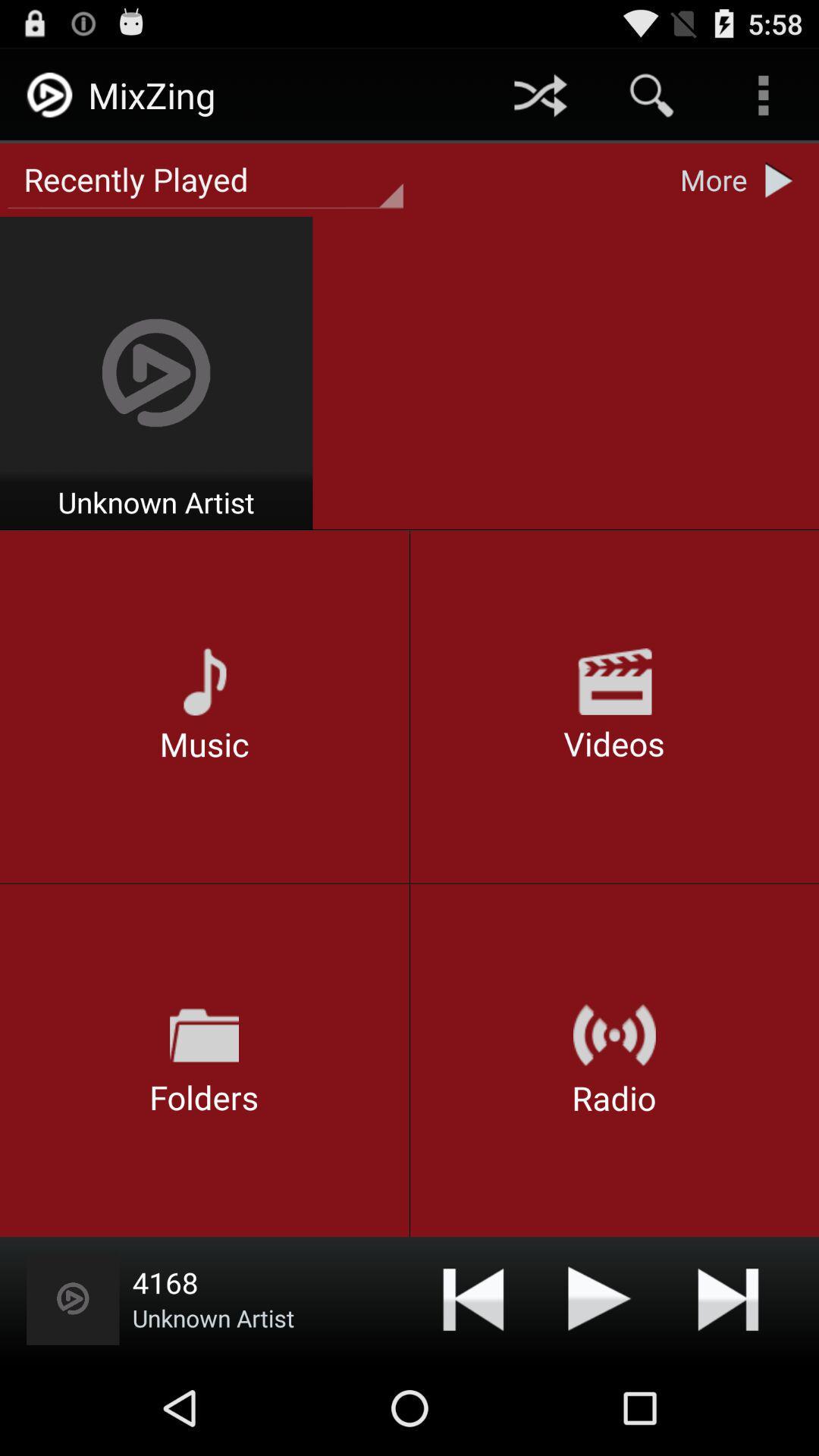 The width and height of the screenshot is (819, 1456). I want to click on the music, so click(599, 1298).